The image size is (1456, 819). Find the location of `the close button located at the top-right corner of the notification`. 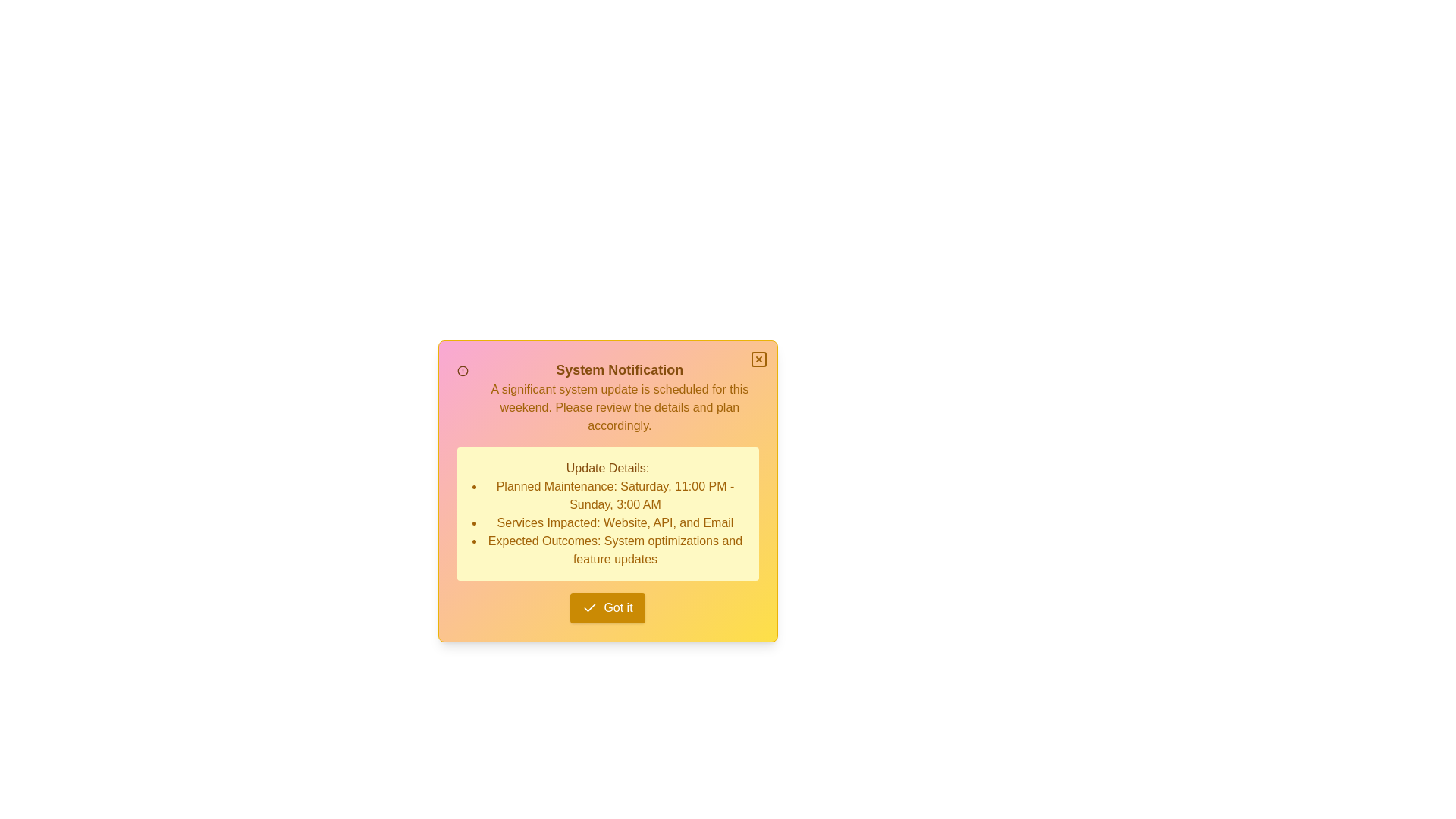

the close button located at the top-right corner of the notification is located at coordinates (758, 359).